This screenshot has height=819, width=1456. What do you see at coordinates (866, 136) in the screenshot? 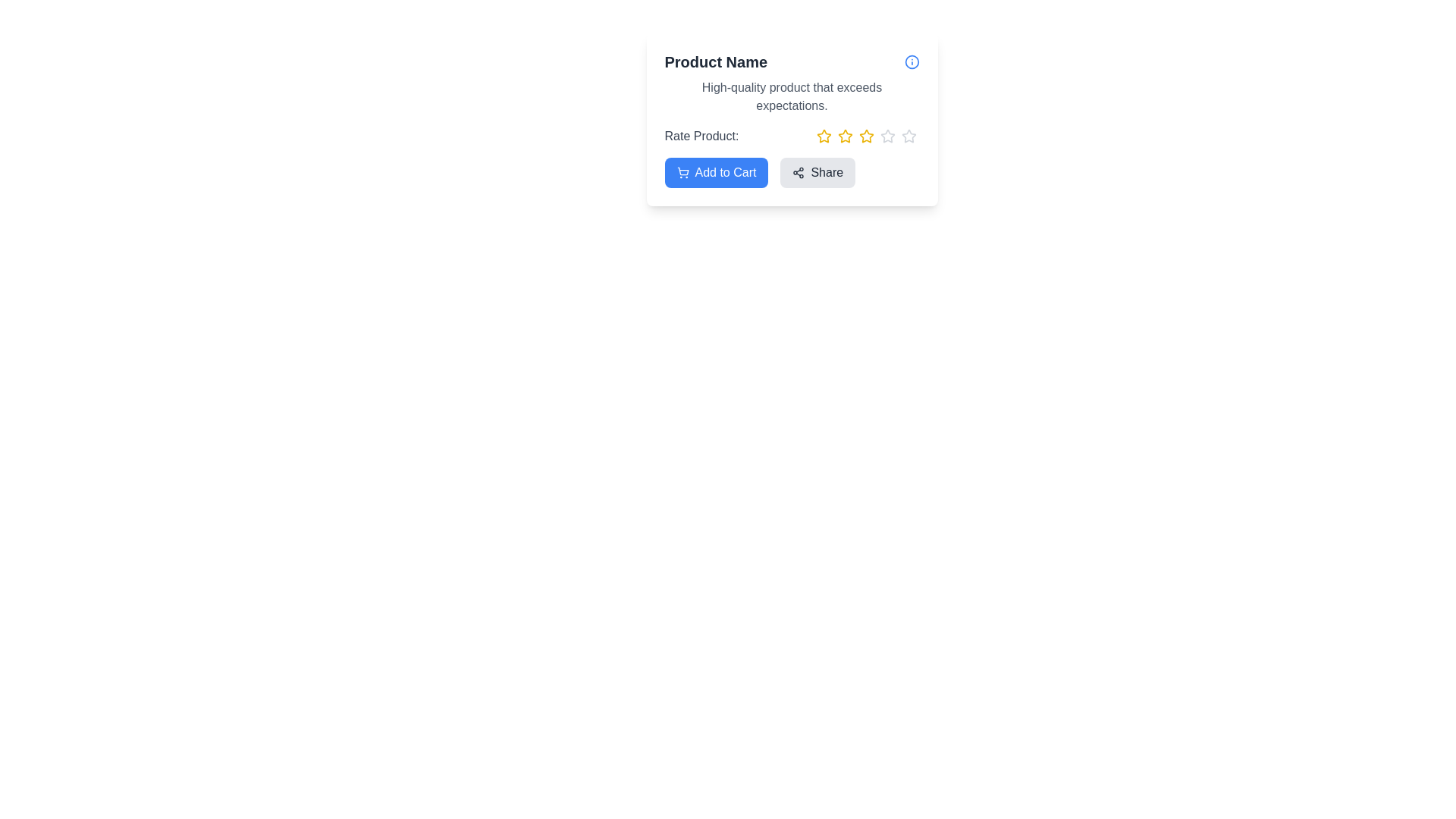
I see `the product rating to 3 stars by clicking on the corresponding star` at bounding box center [866, 136].